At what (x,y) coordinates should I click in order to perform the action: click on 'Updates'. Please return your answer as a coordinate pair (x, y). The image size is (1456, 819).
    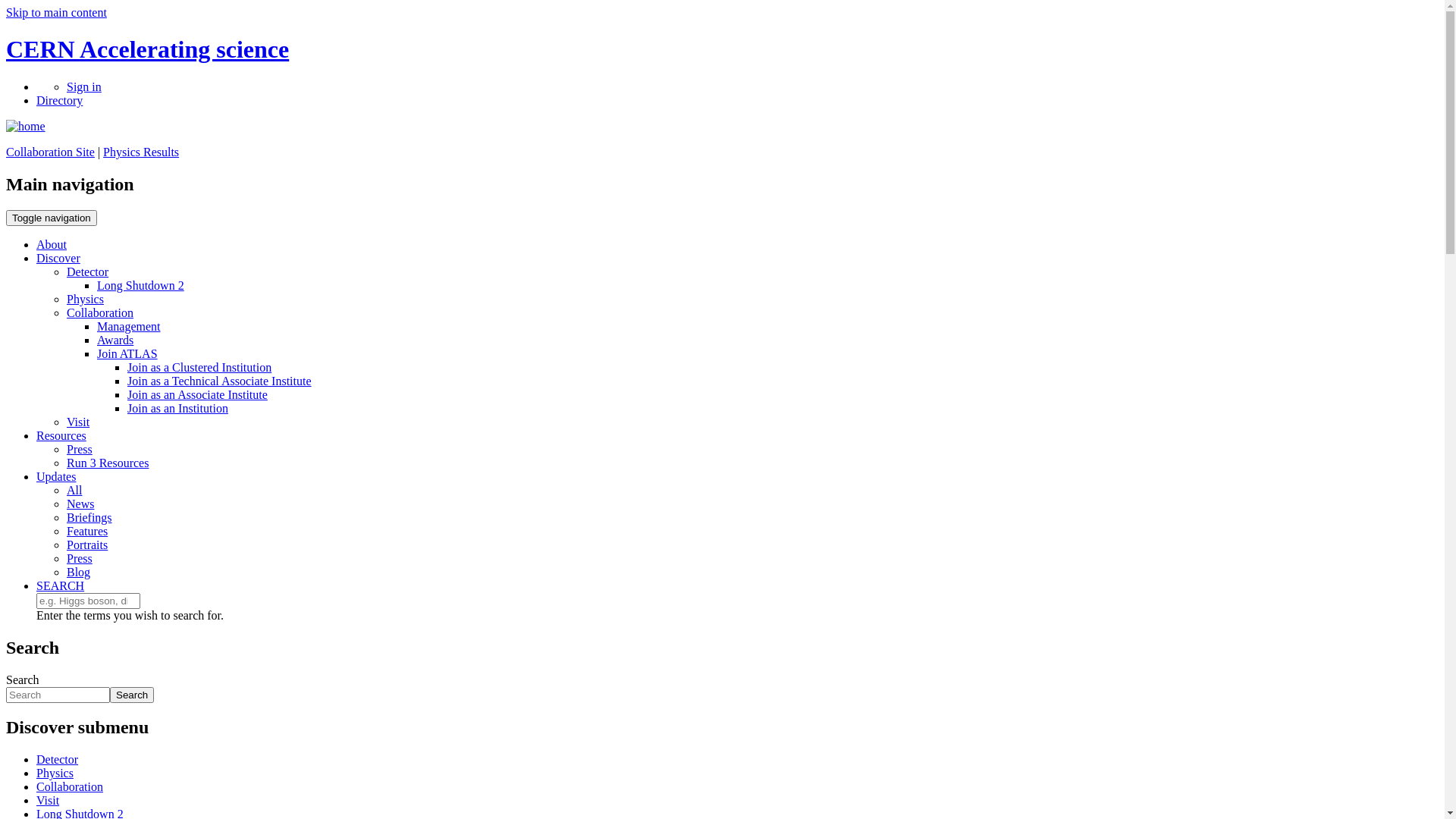
    Looking at the image, I should click on (55, 475).